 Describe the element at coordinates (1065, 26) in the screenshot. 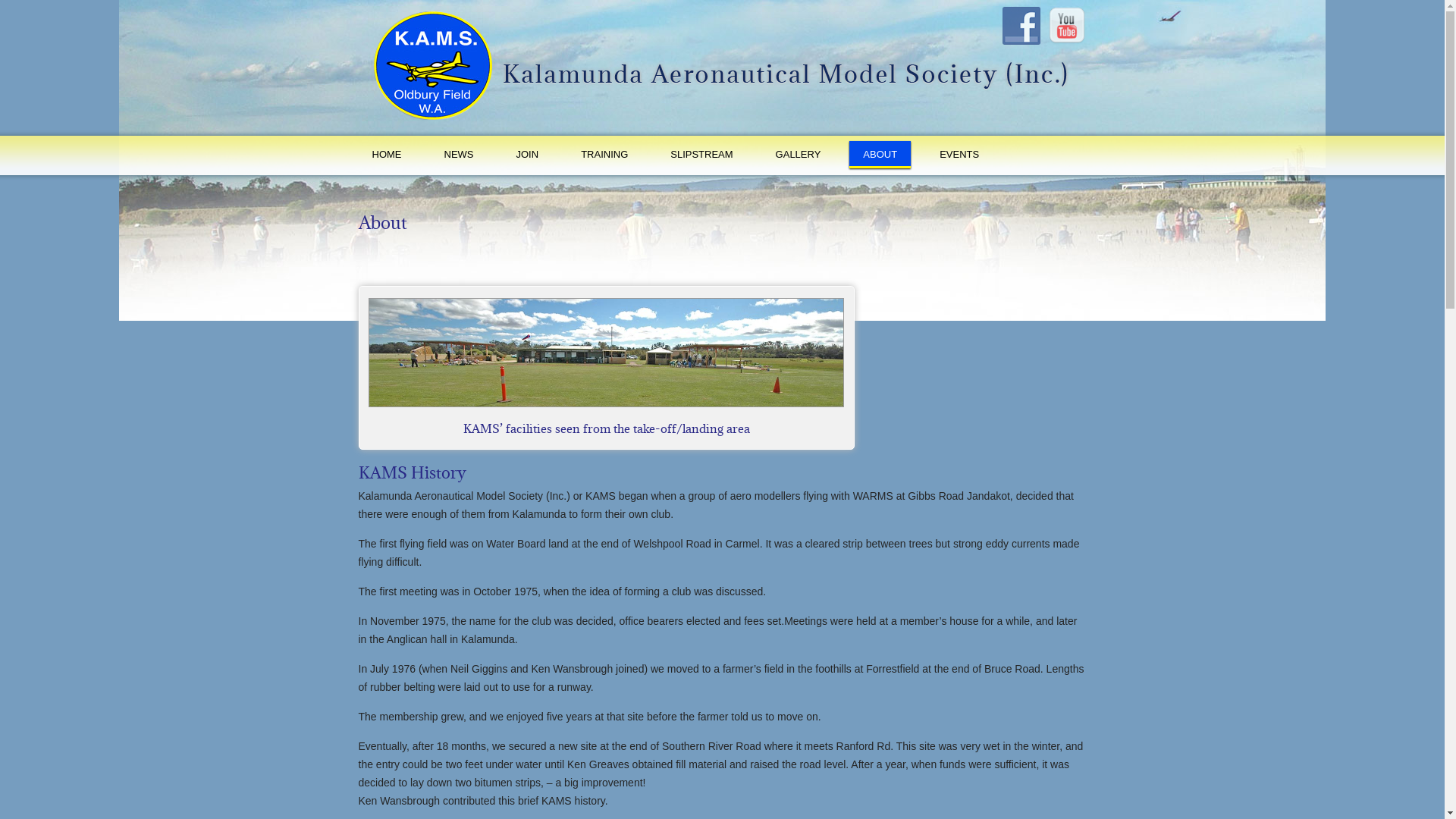

I see `'Follow Us on YouTube'` at that location.